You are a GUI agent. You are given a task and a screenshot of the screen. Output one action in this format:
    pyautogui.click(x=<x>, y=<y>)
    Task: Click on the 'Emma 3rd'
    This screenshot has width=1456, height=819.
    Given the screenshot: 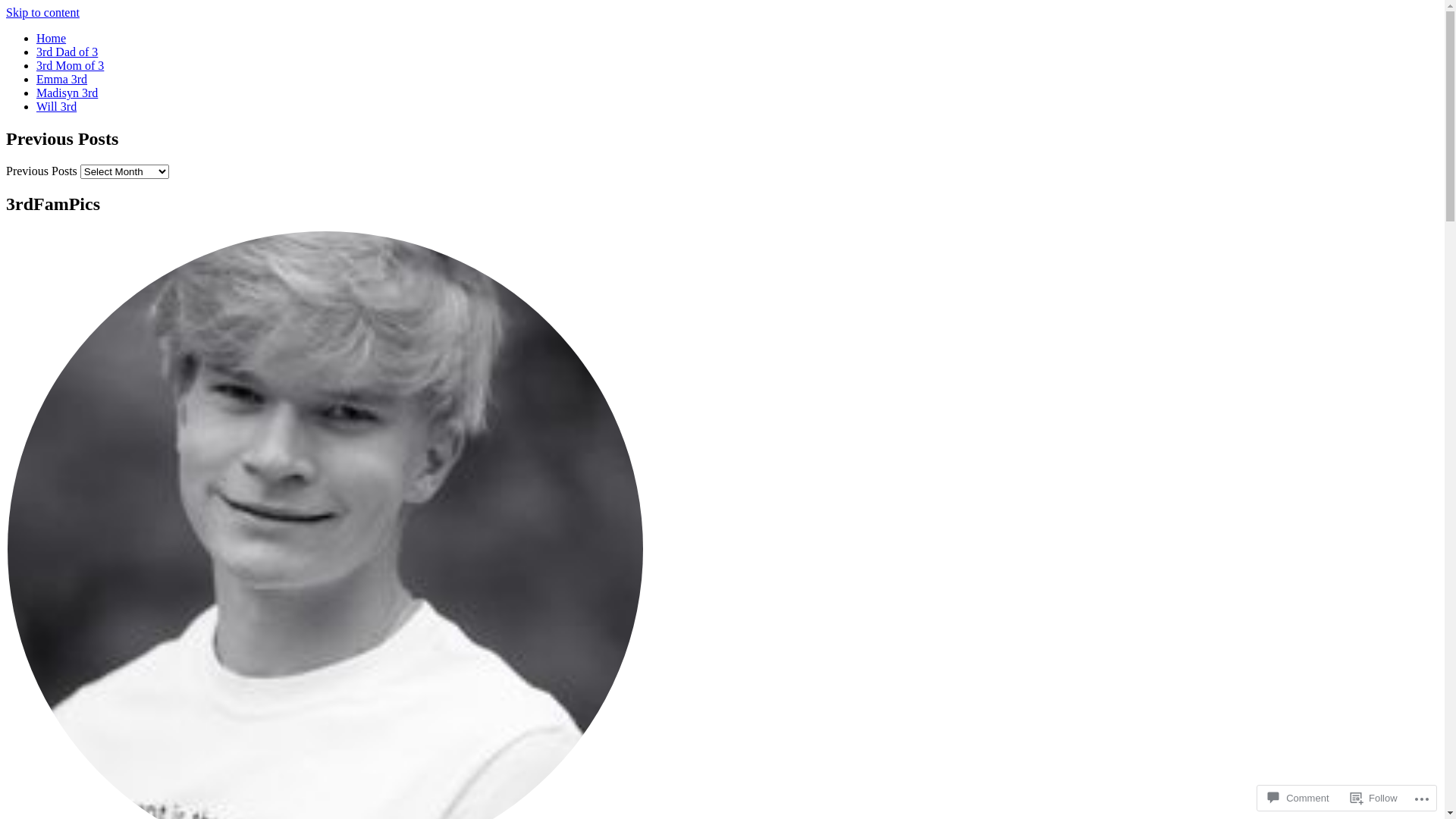 What is the action you would take?
    pyautogui.click(x=61, y=79)
    